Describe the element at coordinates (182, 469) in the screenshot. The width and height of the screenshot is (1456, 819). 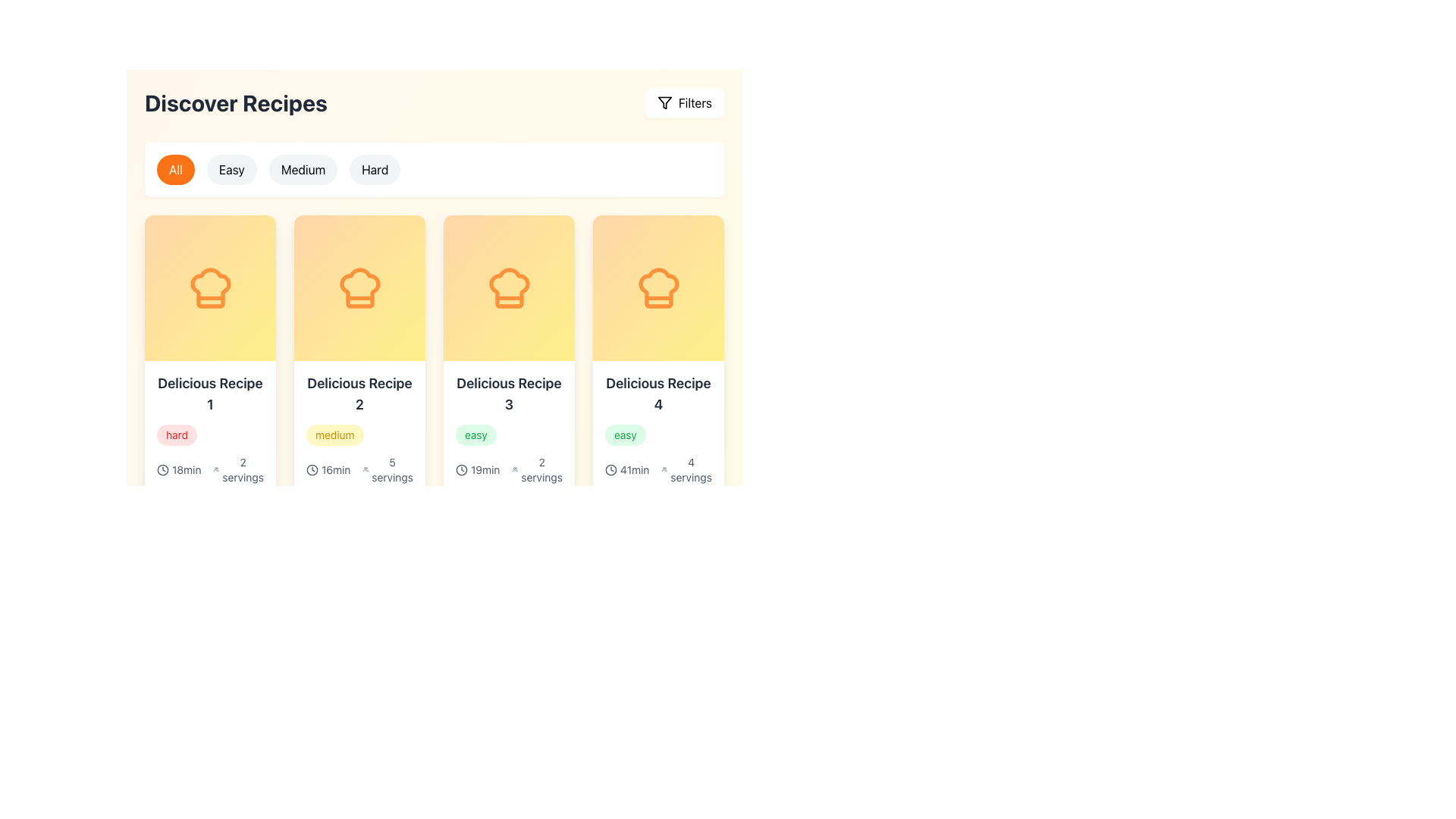
I see `the time indicator element displaying the estimated preparation or cooking time for 'Delicious Recipe 1', located at the bottom-left area of its card` at that location.